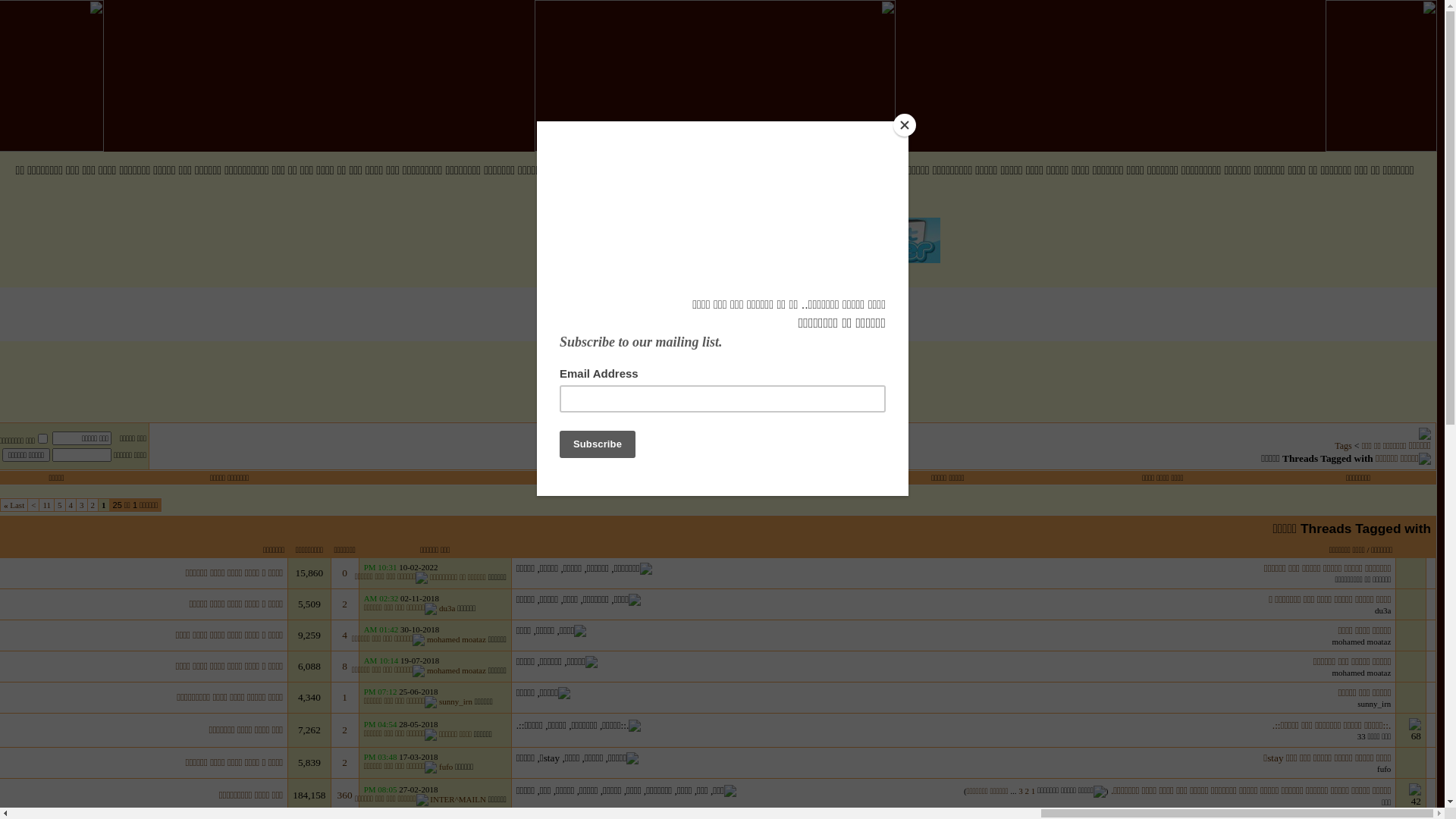  I want to click on 'fufo', so click(1383, 769).